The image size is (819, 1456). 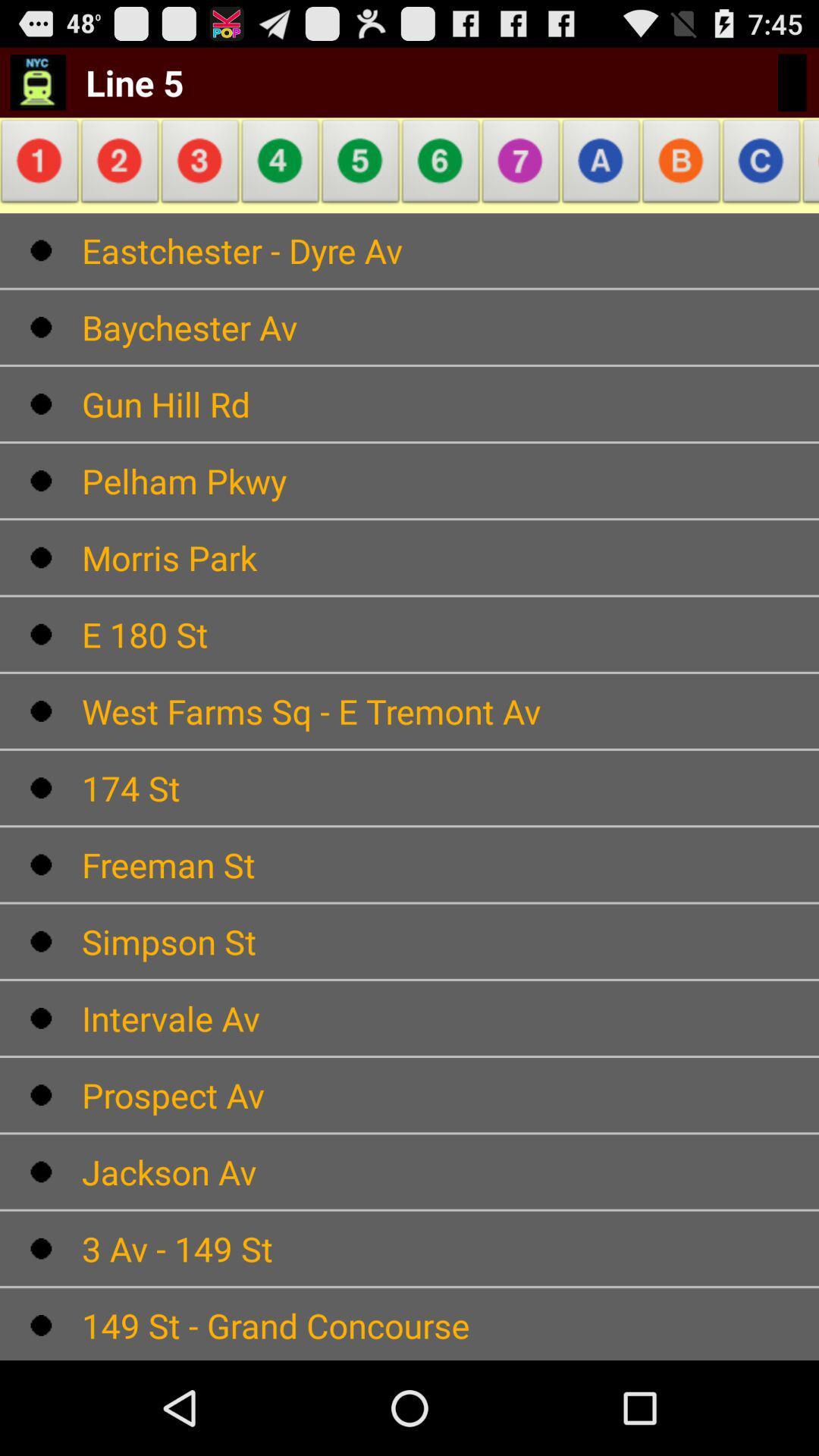 What do you see at coordinates (450, 403) in the screenshot?
I see `move to text which is below the text  baychester av` at bounding box center [450, 403].